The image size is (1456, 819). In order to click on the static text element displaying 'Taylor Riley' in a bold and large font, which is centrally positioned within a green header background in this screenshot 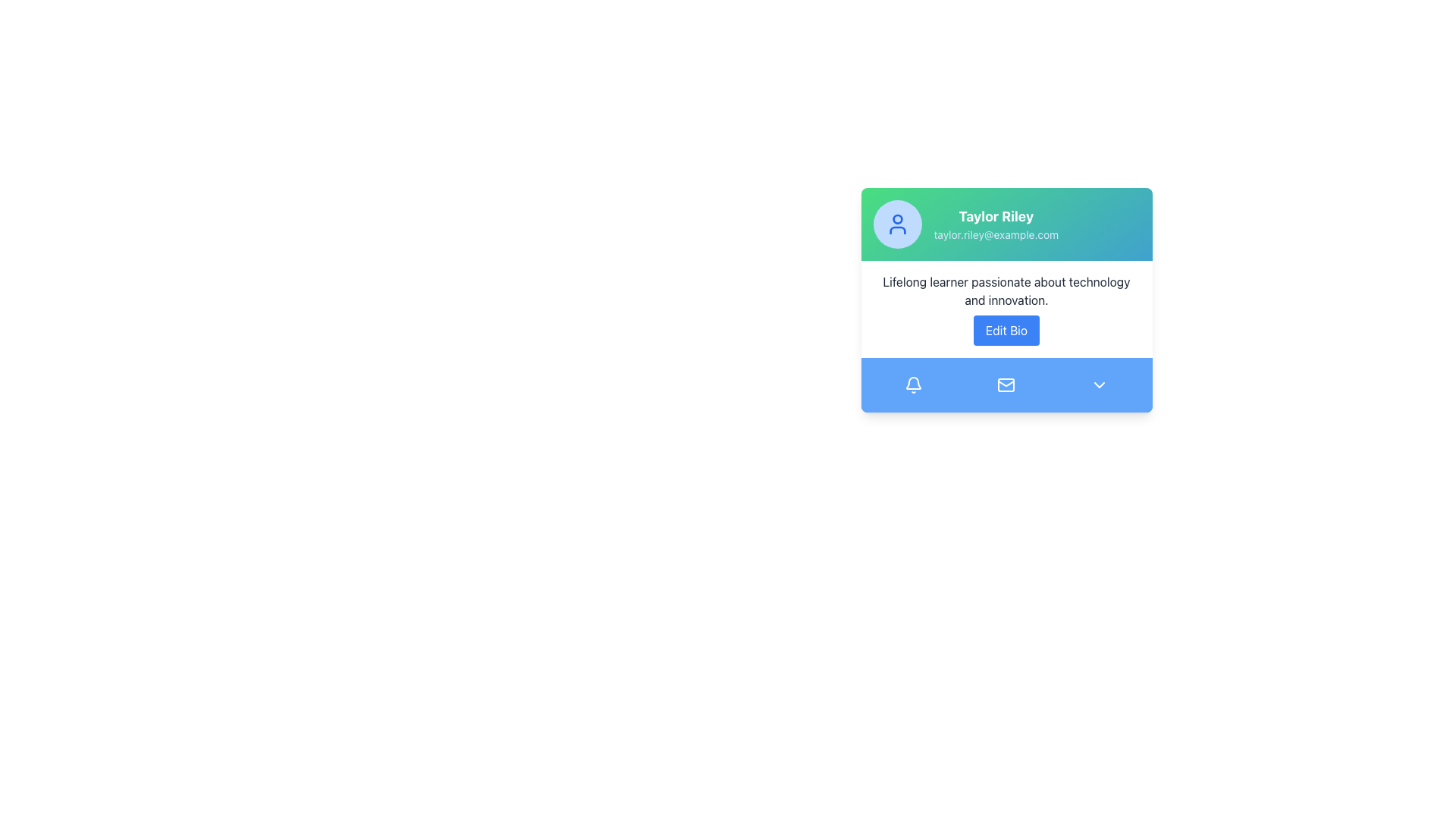, I will do `click(996, 216)`.